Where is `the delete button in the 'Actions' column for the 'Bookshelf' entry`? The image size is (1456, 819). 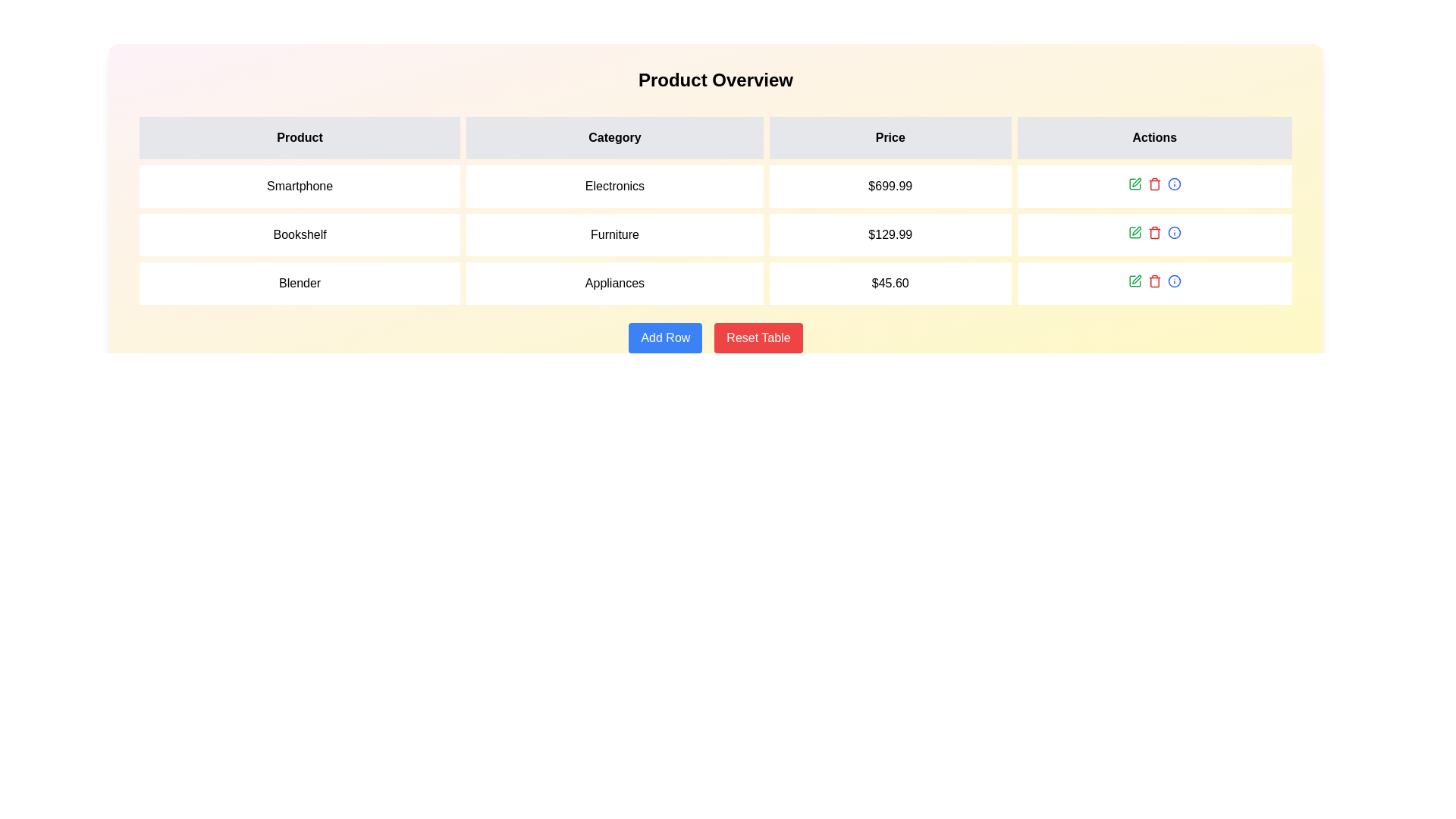
the delete button in the 'Actions' column for the 'Bookshelf' entry is located at coordinates (1153, 184).